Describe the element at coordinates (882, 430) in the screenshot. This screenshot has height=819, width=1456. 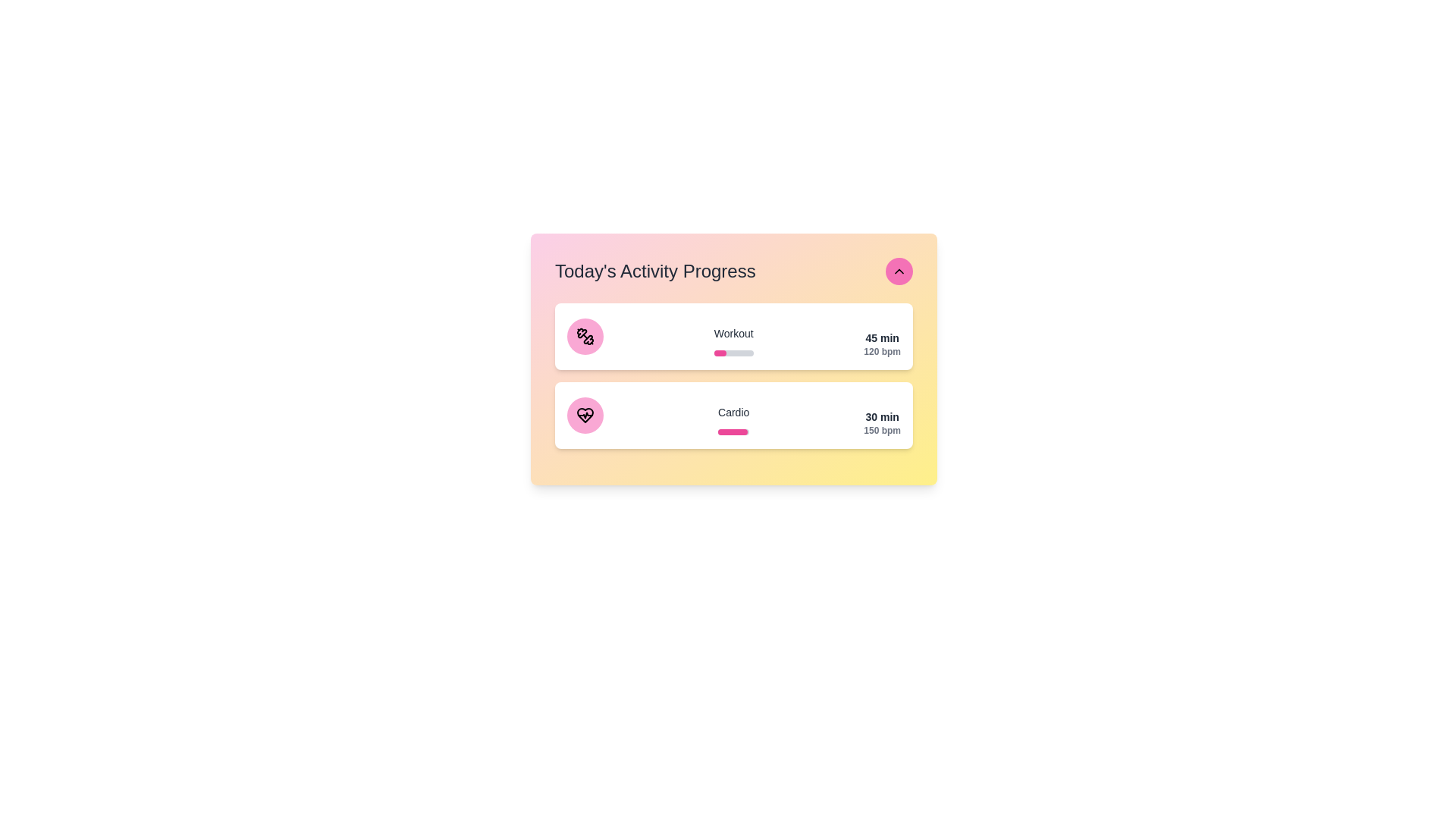
I see `text label displaying '150 bpm', which is a small, bold, gray font positioned below the '30 min' text in the 'Cardio' activity entry` at that location.